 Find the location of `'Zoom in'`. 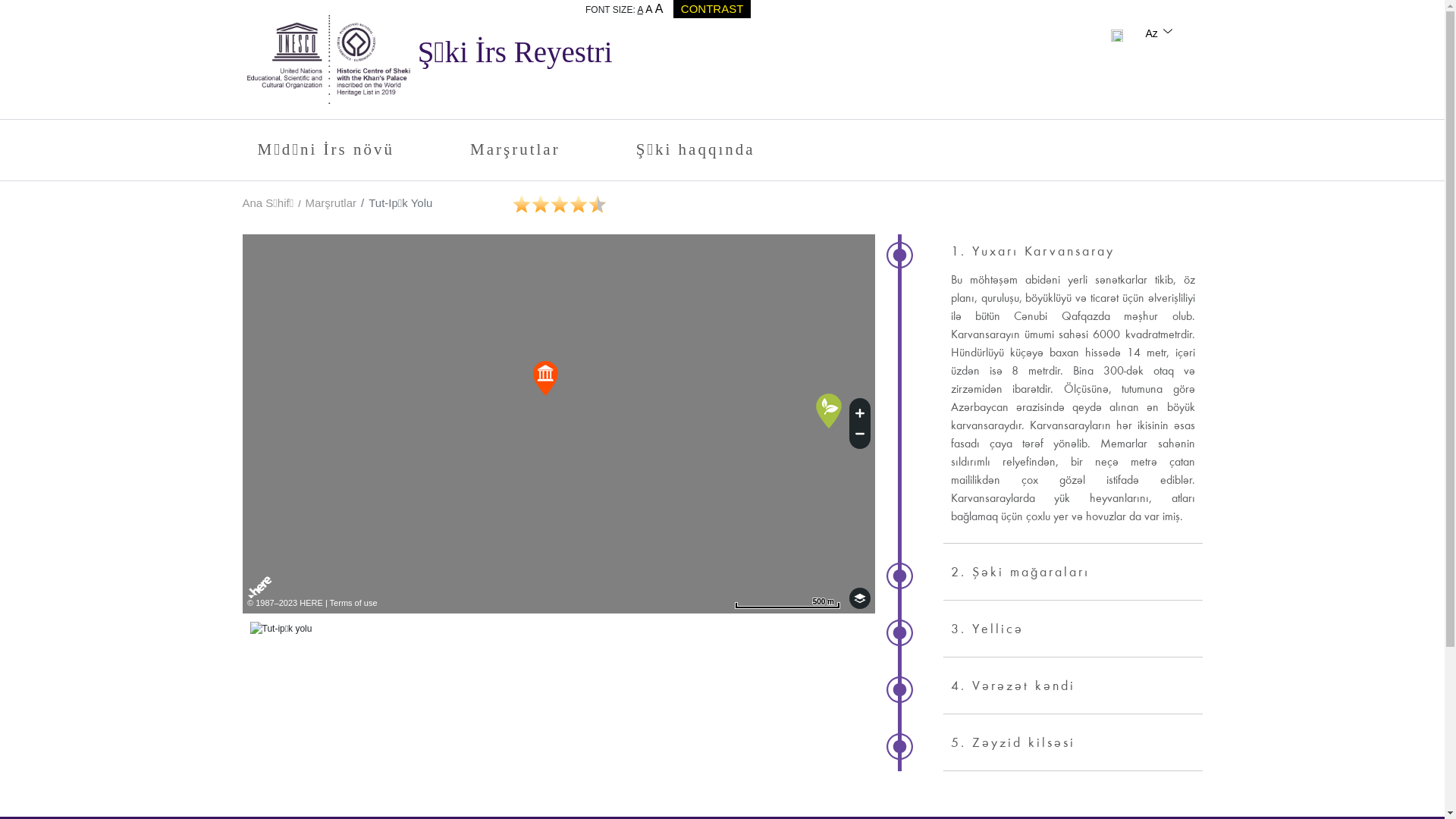

'Zoom in' is located at coordinates (859, 411).